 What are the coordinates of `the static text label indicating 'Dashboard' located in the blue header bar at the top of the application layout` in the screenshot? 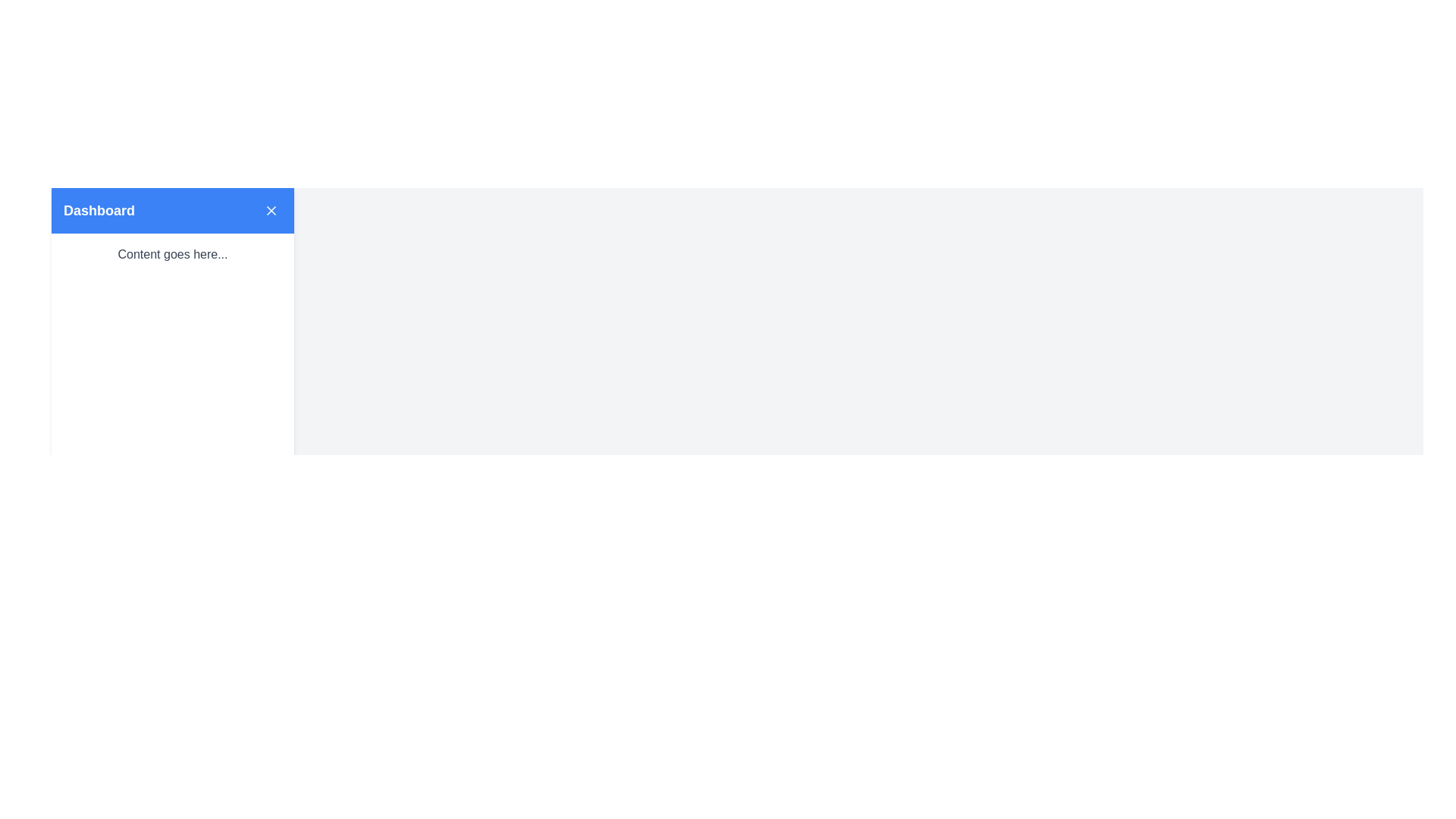 It's located at (98, 210).